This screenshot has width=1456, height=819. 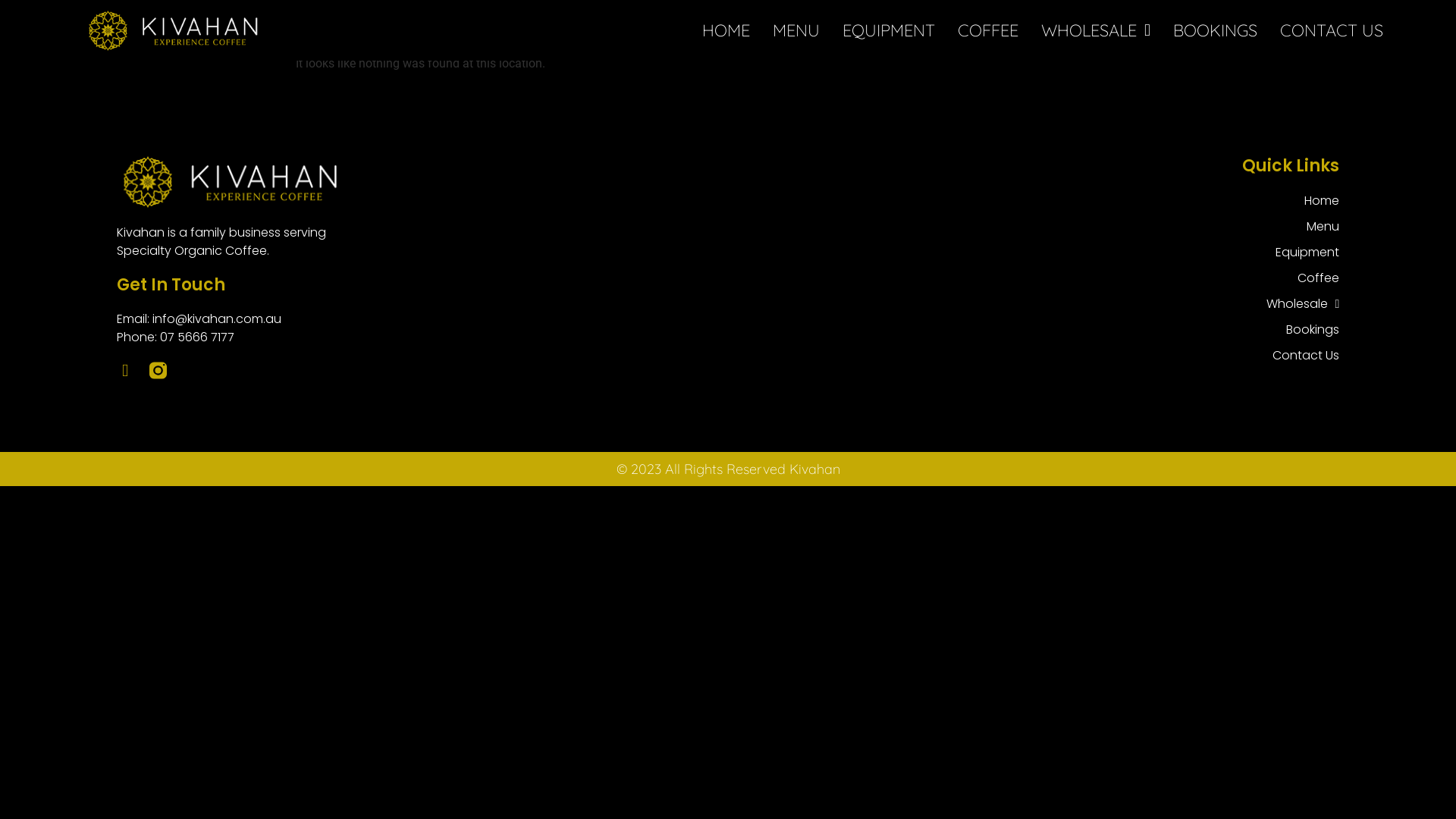 What do you see at coordinates (1040, 30) in the screenshot?
I see `'WHOLESALE'` at bounding box center [1040, 30].